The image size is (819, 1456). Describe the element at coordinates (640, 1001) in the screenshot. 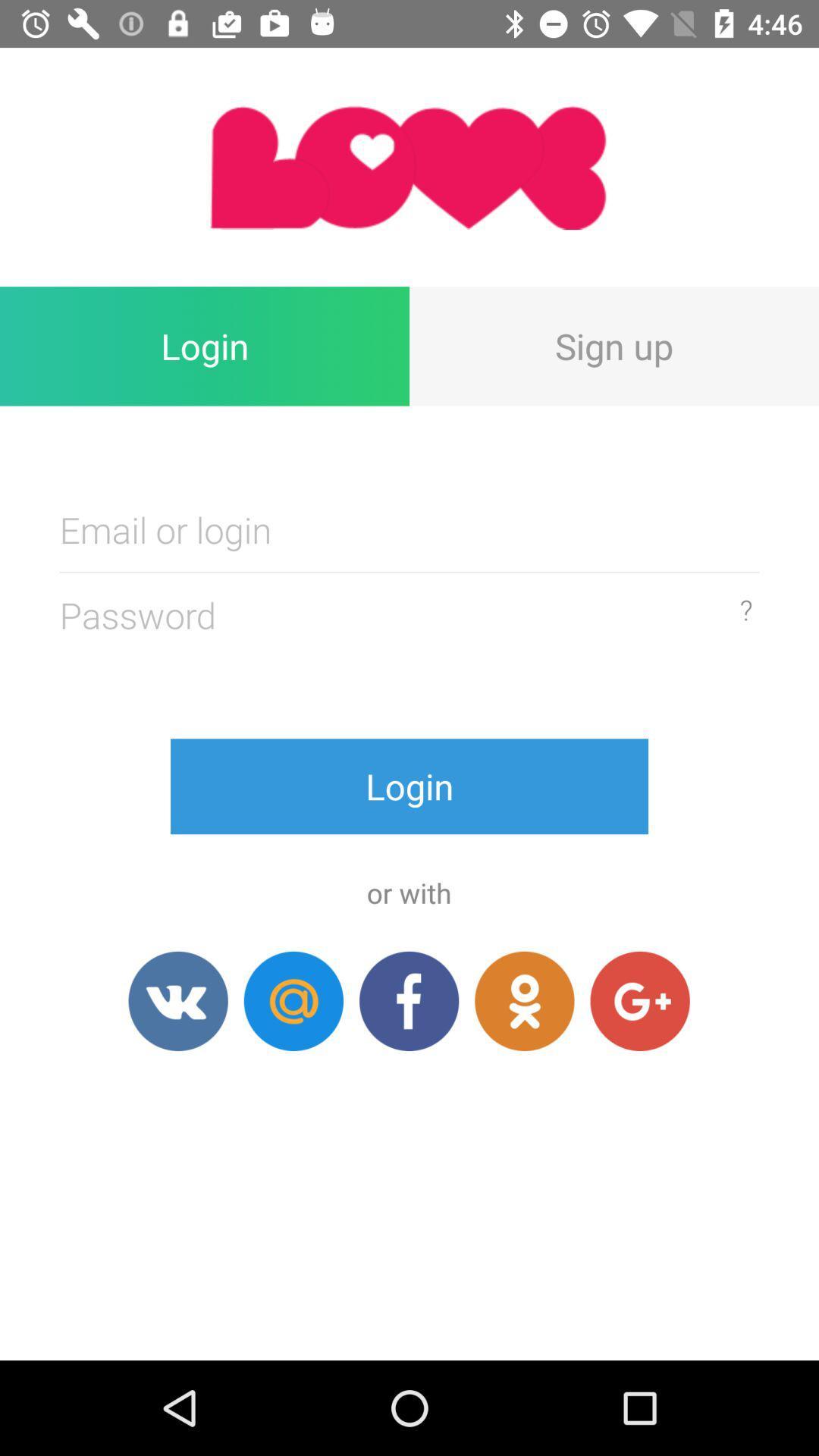

I see `the icon at the bottom right corner` at that location.